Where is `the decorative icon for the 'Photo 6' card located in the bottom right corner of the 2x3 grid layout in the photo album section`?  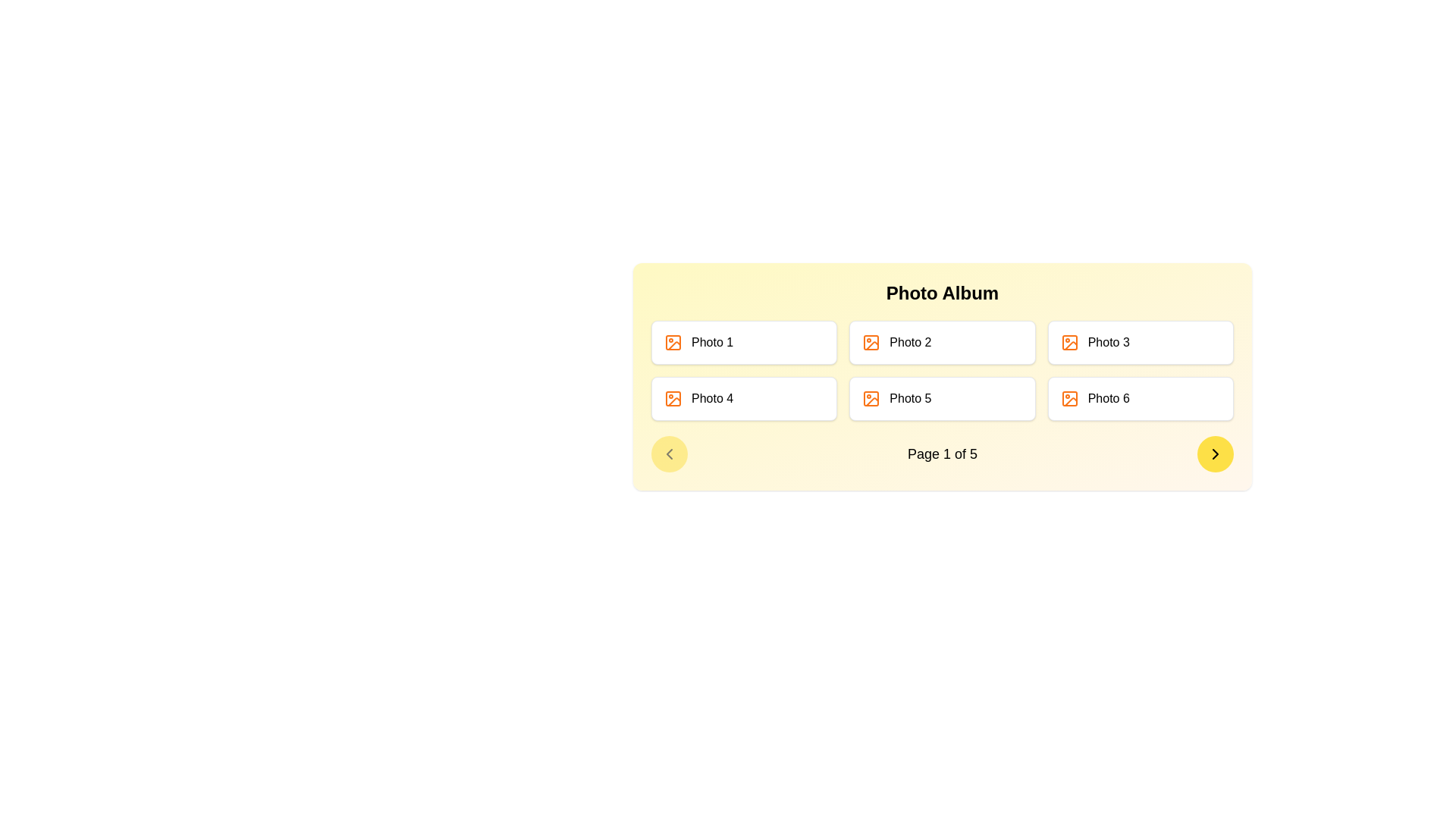
the decorative icon for the 'Photo 6' card located in the bottom right corner of the 2x3 grid layout in the photo album section is located at coordinates (1068, 397).